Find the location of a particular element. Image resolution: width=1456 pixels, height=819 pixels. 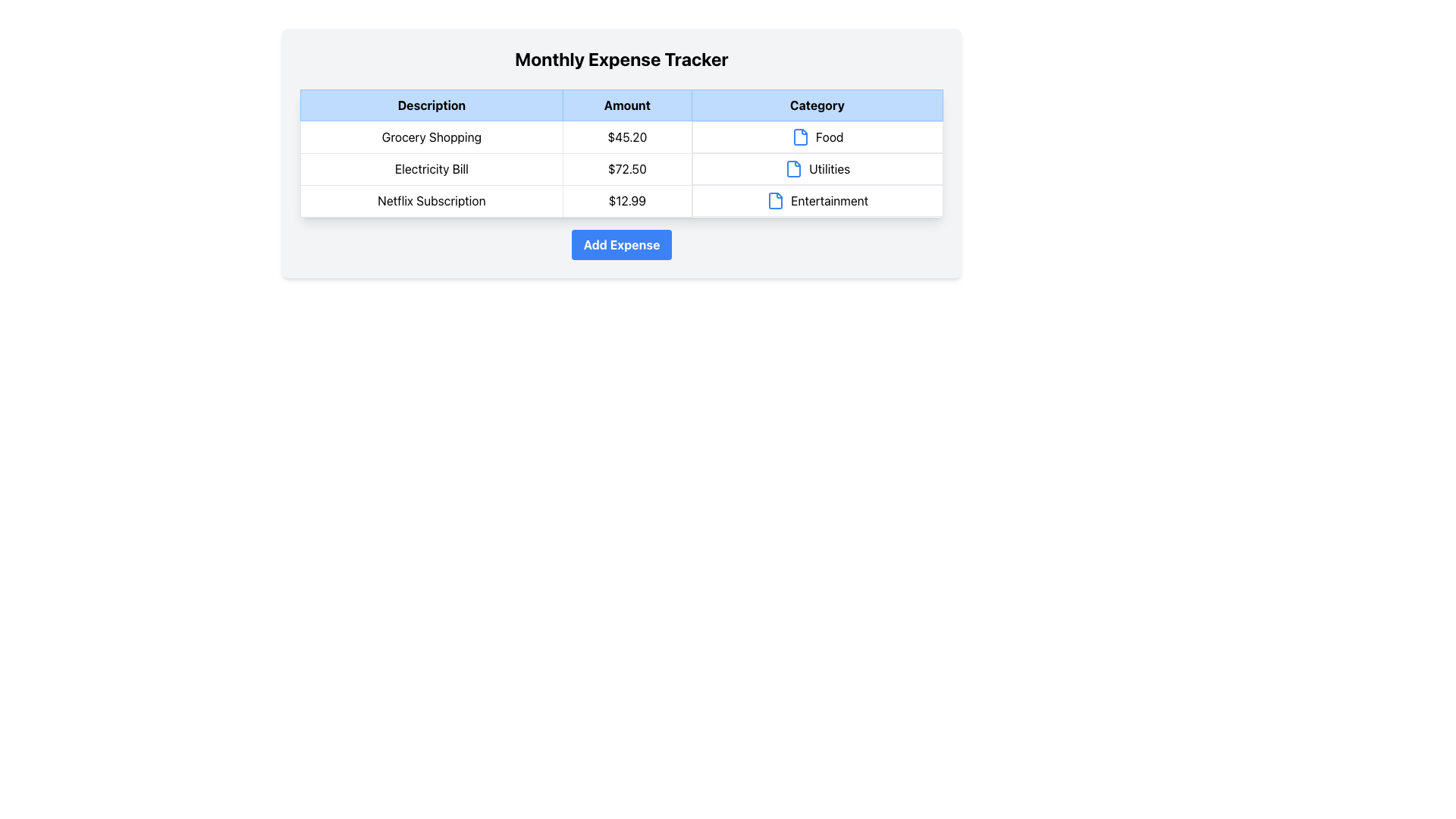

the monetary amount of $45.20 in the center column labeled 'Amount' of the 'Grocery Shopping' row in the expense tracker is located at coordinates (627, 136).